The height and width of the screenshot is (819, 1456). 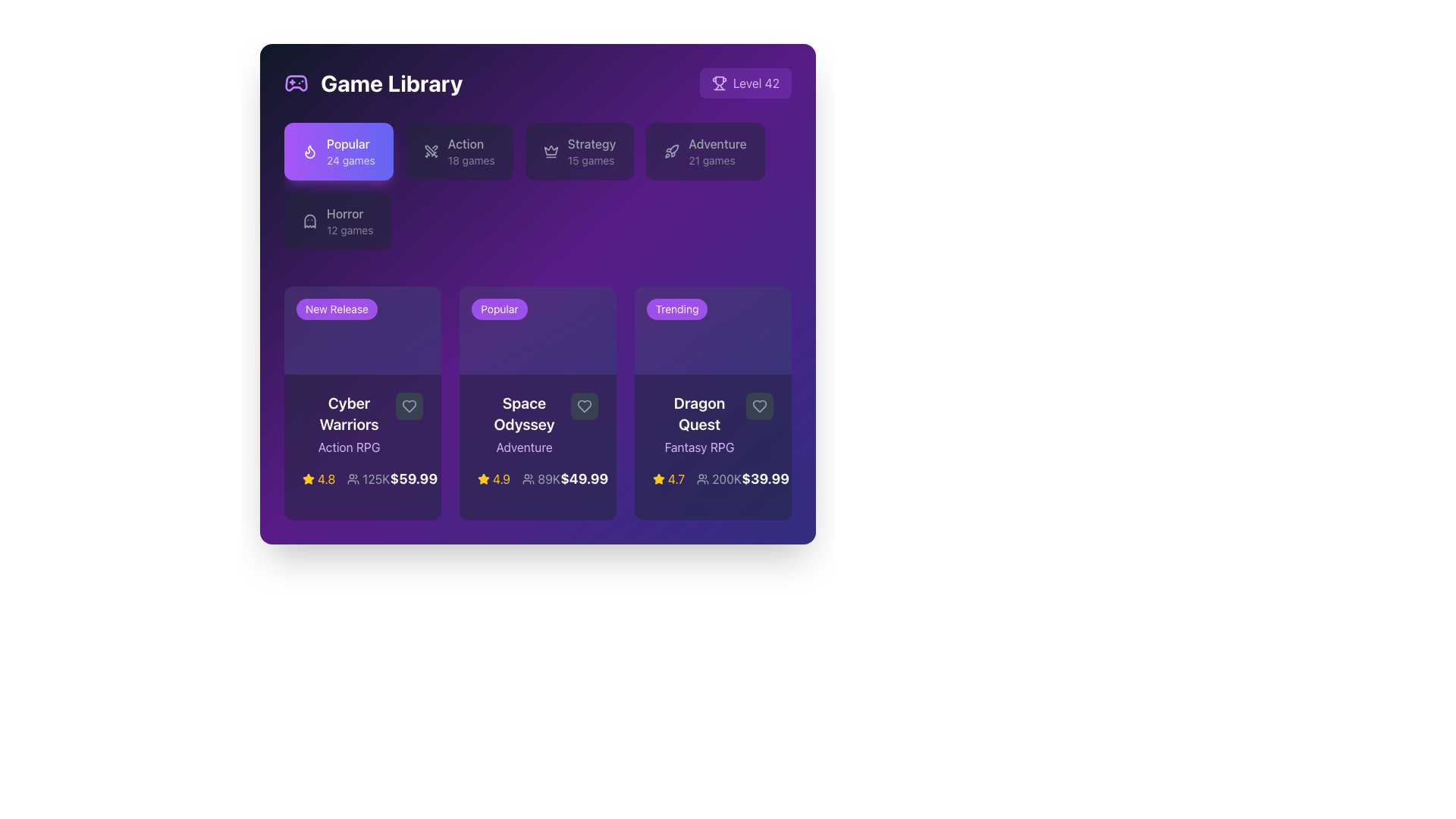 I want to click on the button labeled 'Adventure' that shows '21 games', so click(x=717, y=152).